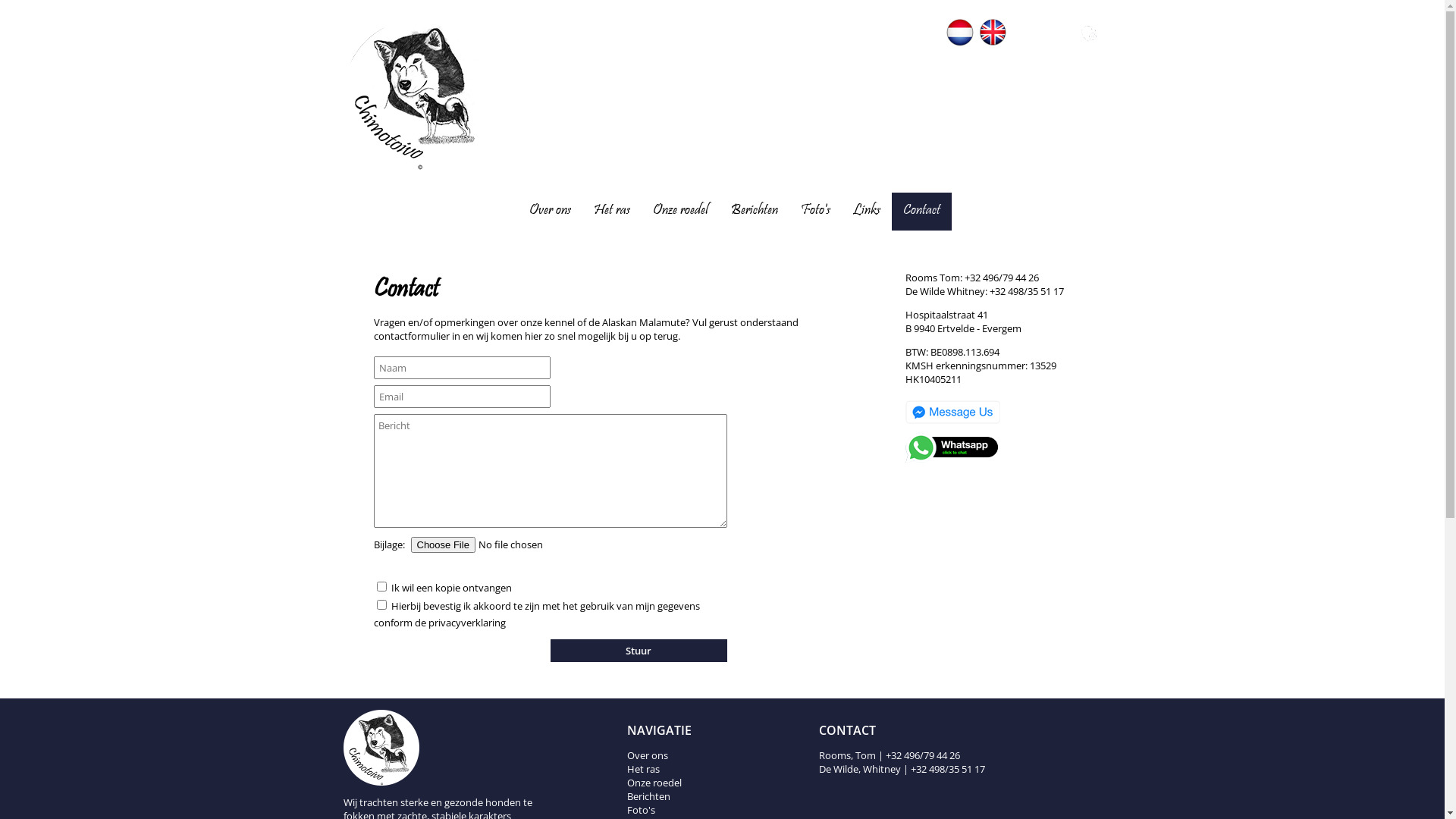 The width and height of the screenshot is (1456, 819). I want to click on 'Chat met ons', so click(952, 424).